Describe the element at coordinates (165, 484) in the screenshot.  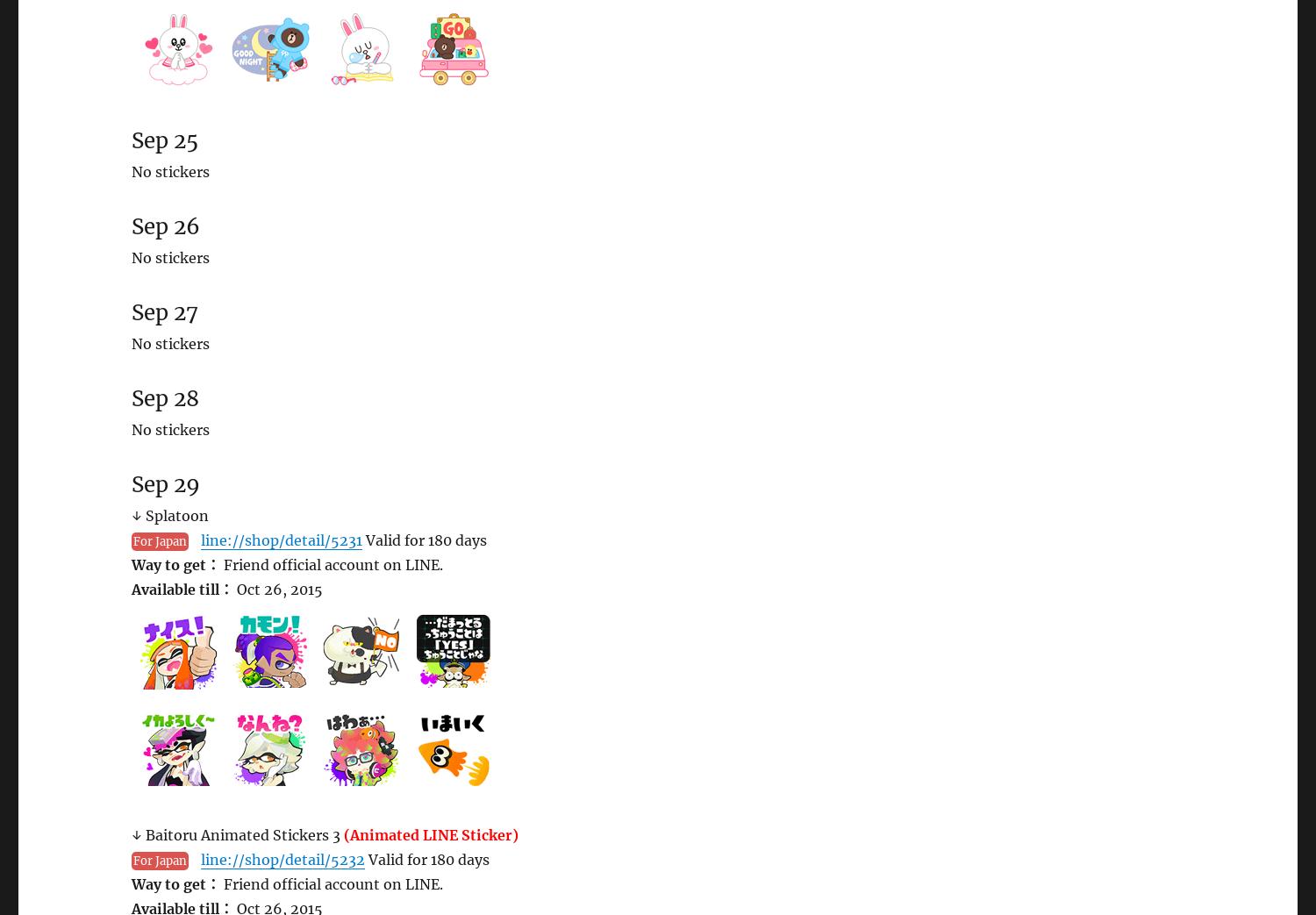
I see `'Sep 29'` at that location.